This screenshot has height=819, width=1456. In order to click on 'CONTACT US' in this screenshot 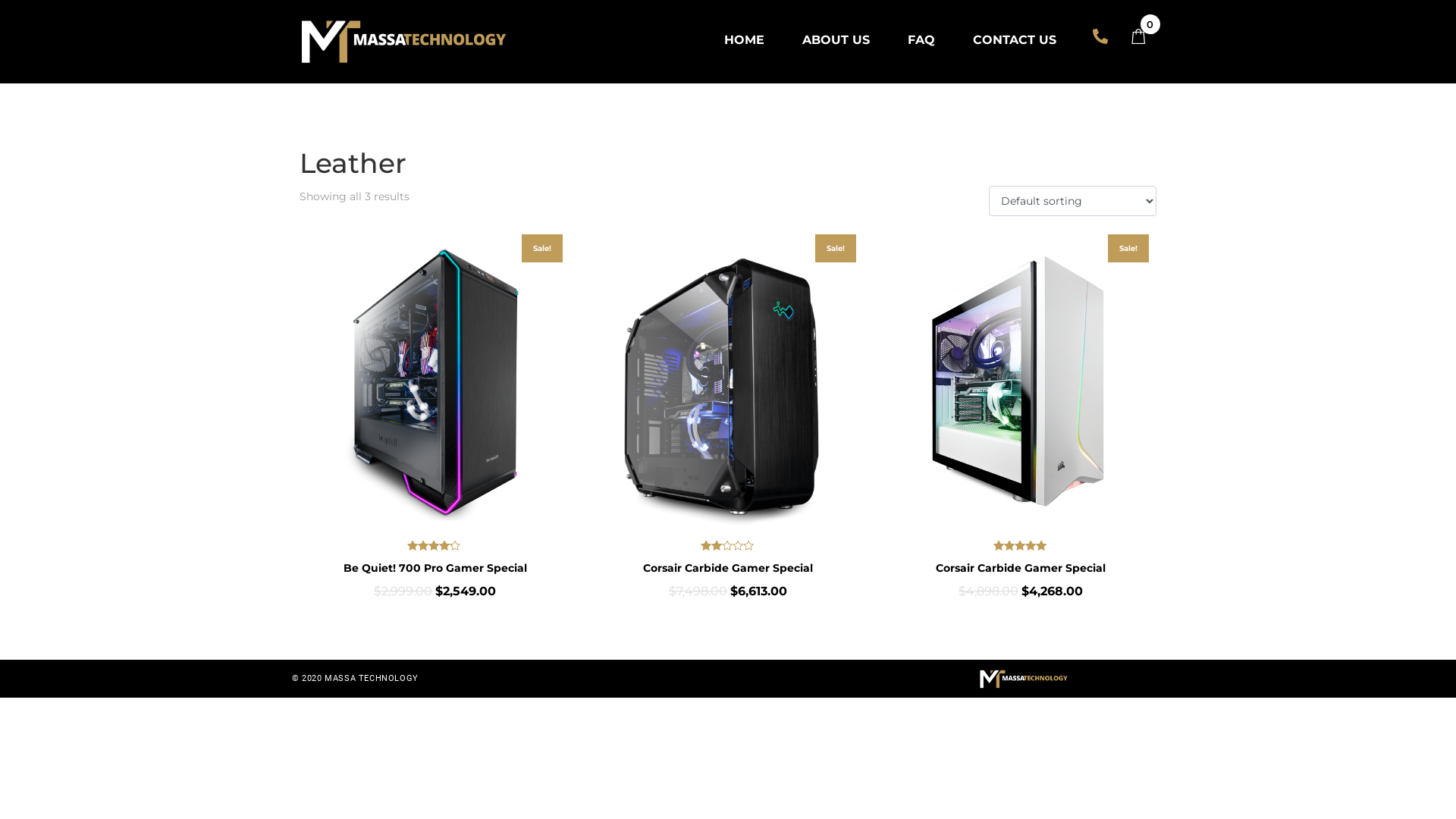, I will do `click(956, 39)`.